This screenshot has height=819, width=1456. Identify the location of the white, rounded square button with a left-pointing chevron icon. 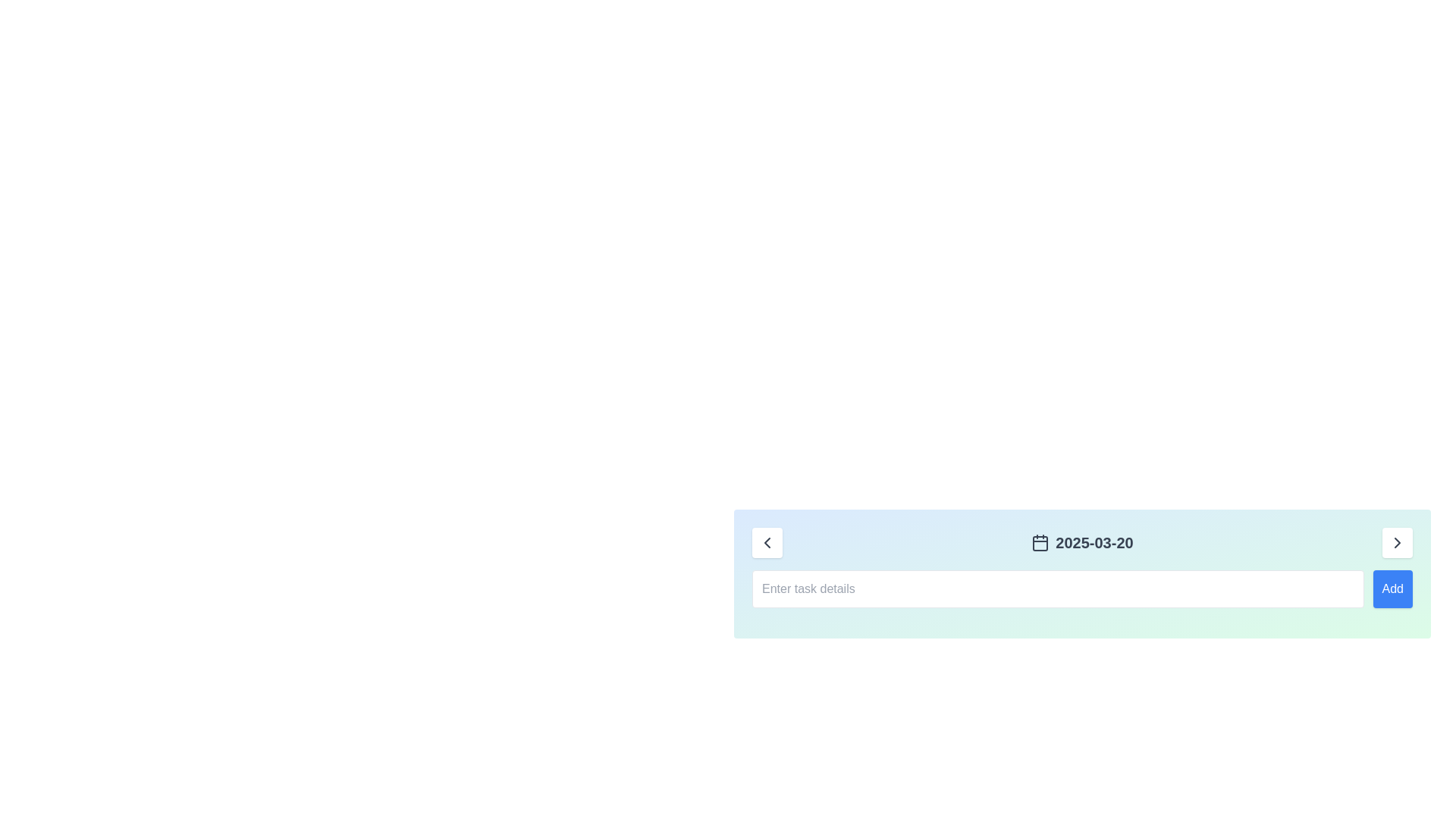
(767, 542).